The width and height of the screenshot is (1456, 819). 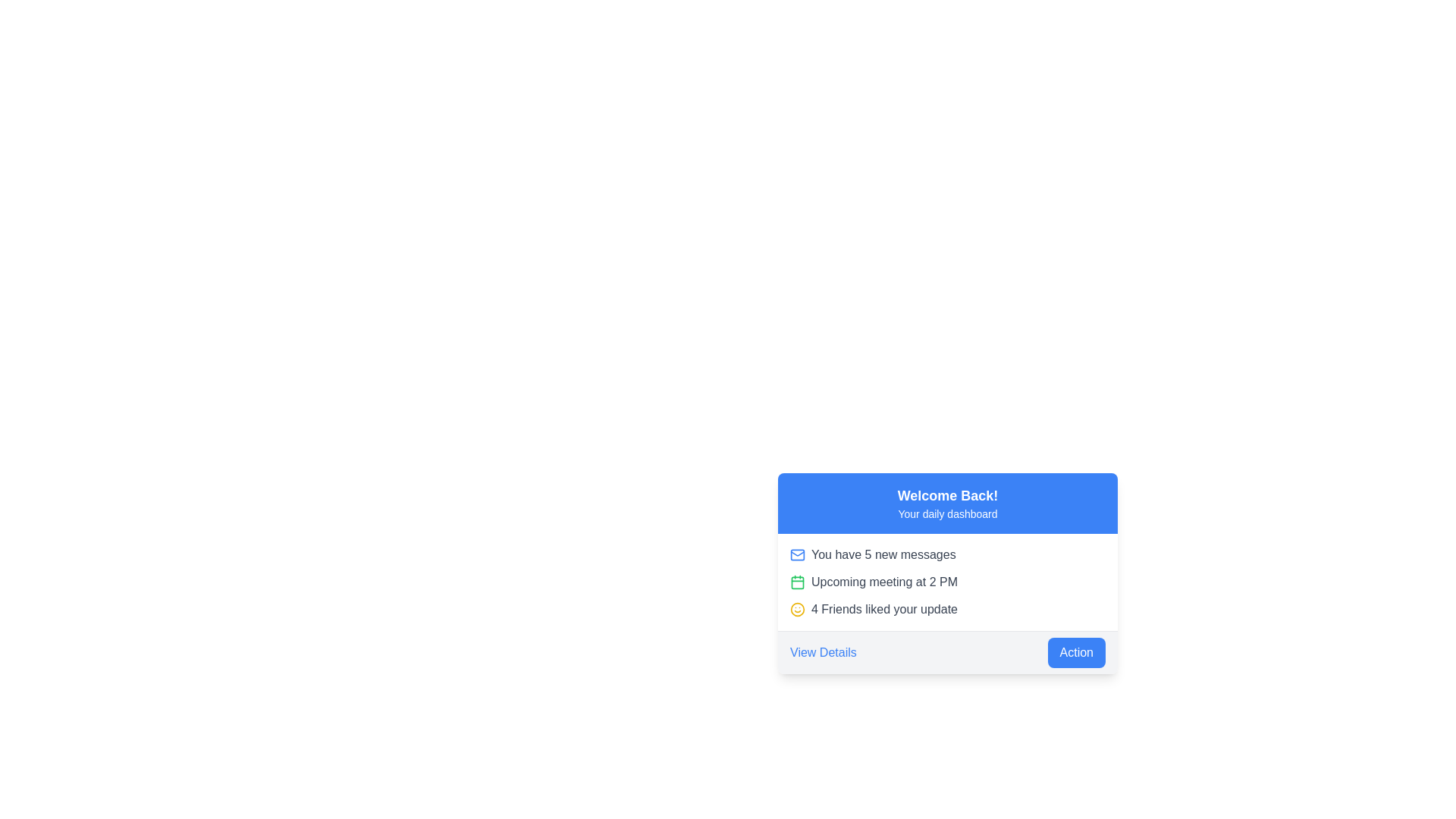 I want to click on the small blue email icon, which is an outline of an envelope, located to the left of the text 'You have 5 new messages' in the notification list, so click(x=796, y=555).